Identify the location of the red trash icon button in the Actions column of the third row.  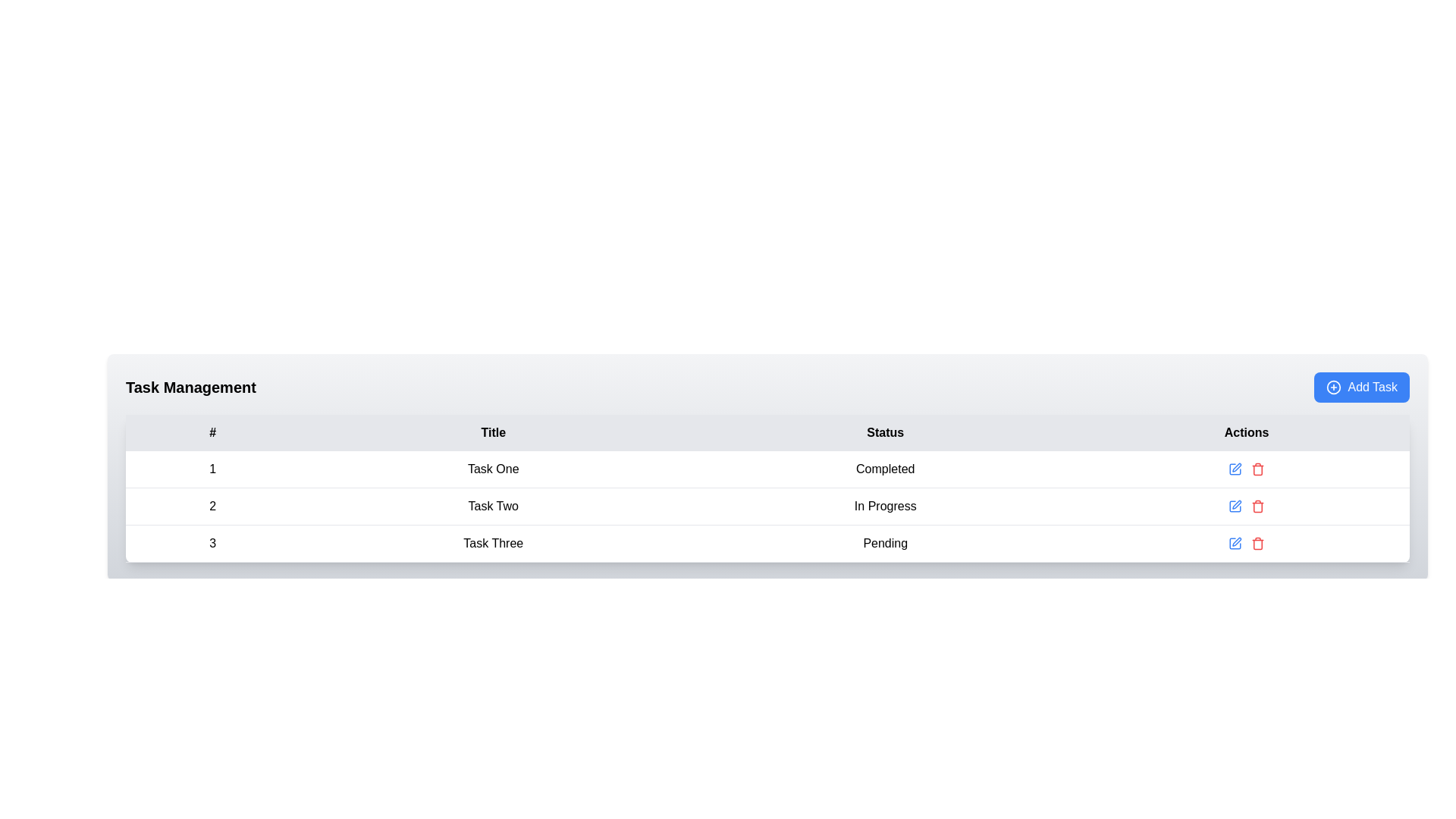
(1258, 543).